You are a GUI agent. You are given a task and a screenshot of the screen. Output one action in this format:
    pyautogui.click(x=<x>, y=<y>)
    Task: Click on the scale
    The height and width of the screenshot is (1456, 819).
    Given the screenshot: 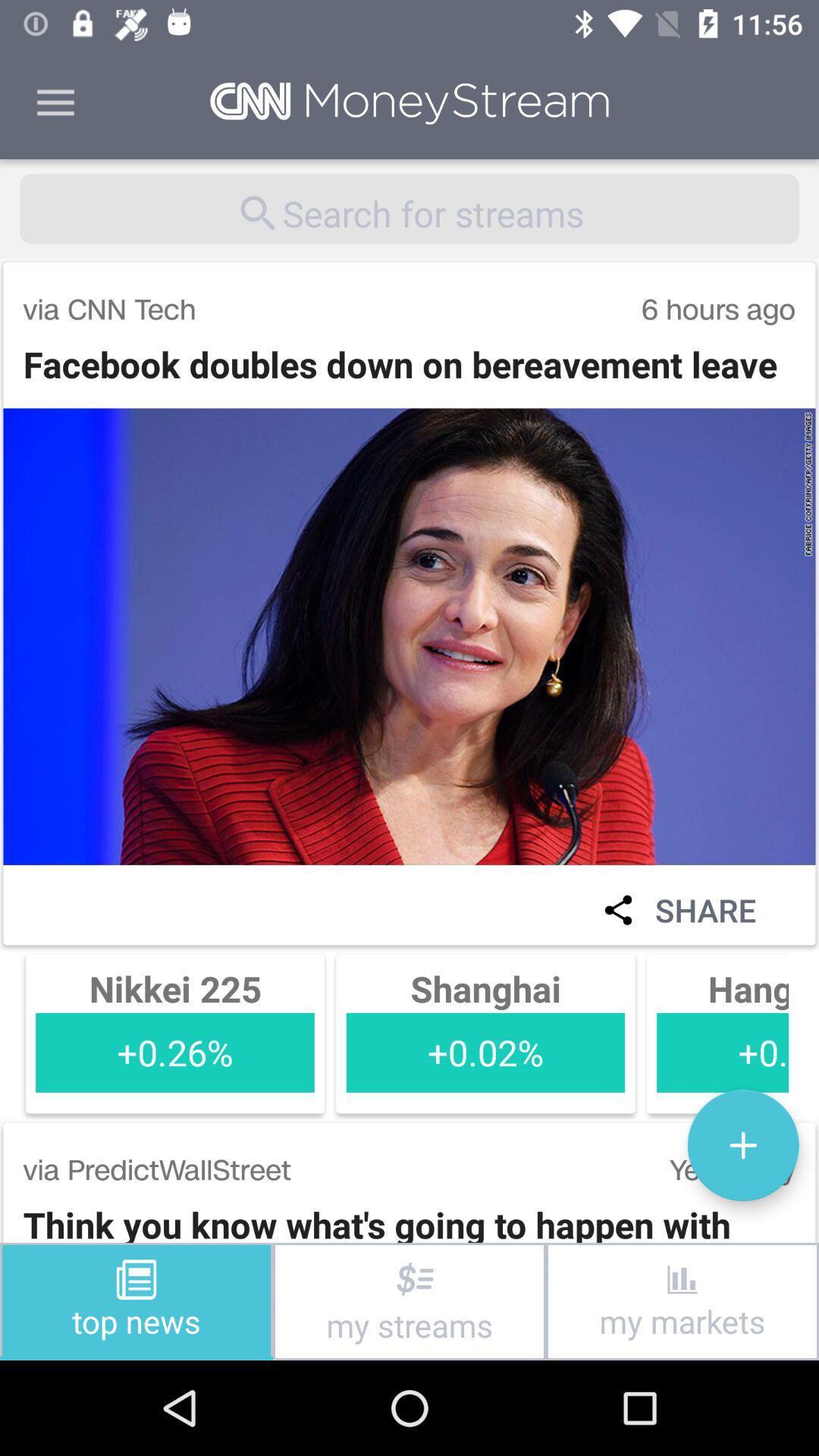 What is the action you would take?
    pyautogui.click(x=742, y=1145)
    